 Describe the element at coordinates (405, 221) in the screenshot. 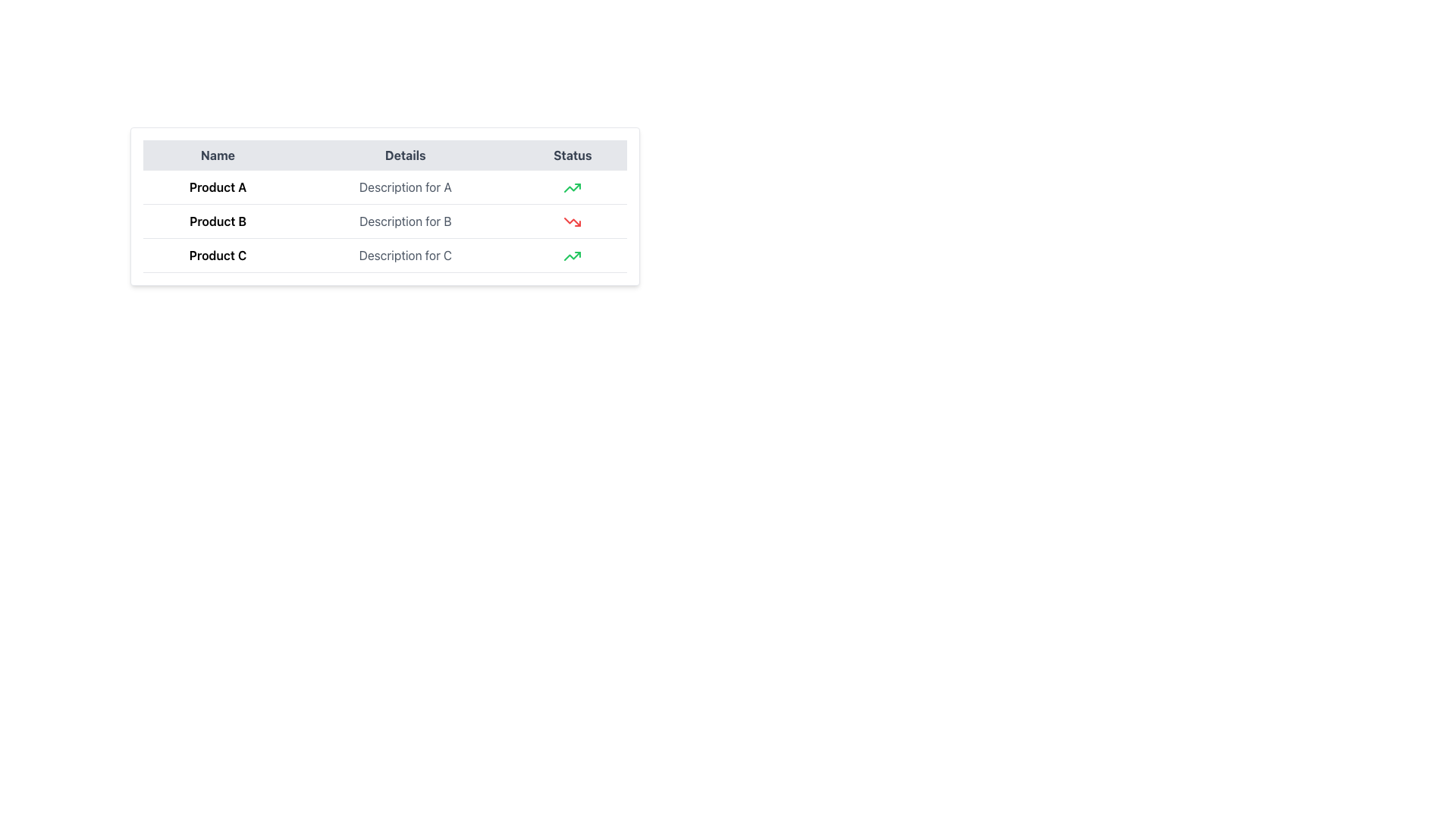

I see `the static text label displaying 'Description for B', which is located in the second row of the 'Details' column in a three-column table` at that location.